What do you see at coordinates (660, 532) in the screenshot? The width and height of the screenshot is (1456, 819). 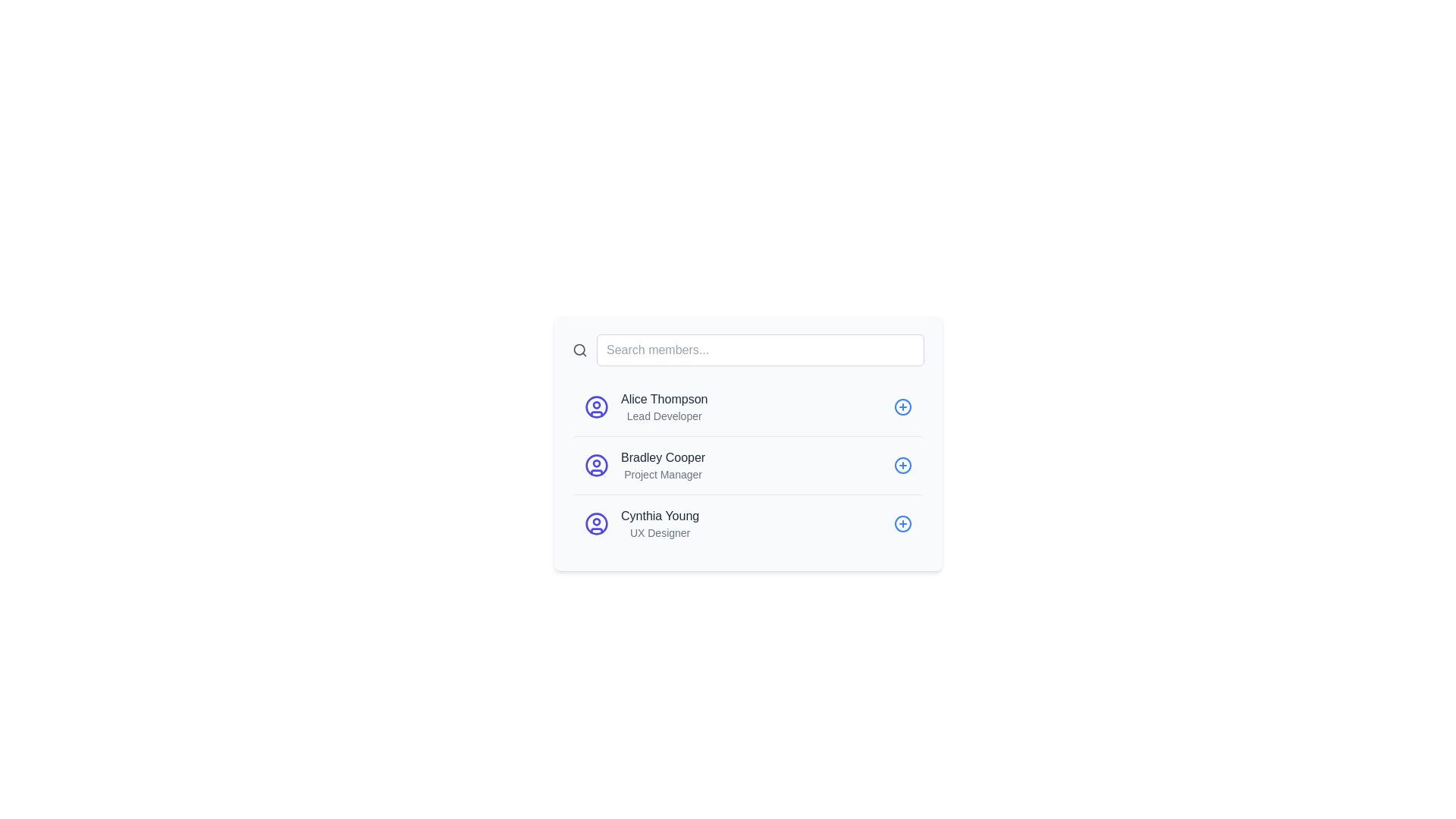 I see `the text label 'UX Designer' which is styled in gray and positioned directly below the bold label 'Cynthia Young' in the third list entry` at bounding box center [660, 532].